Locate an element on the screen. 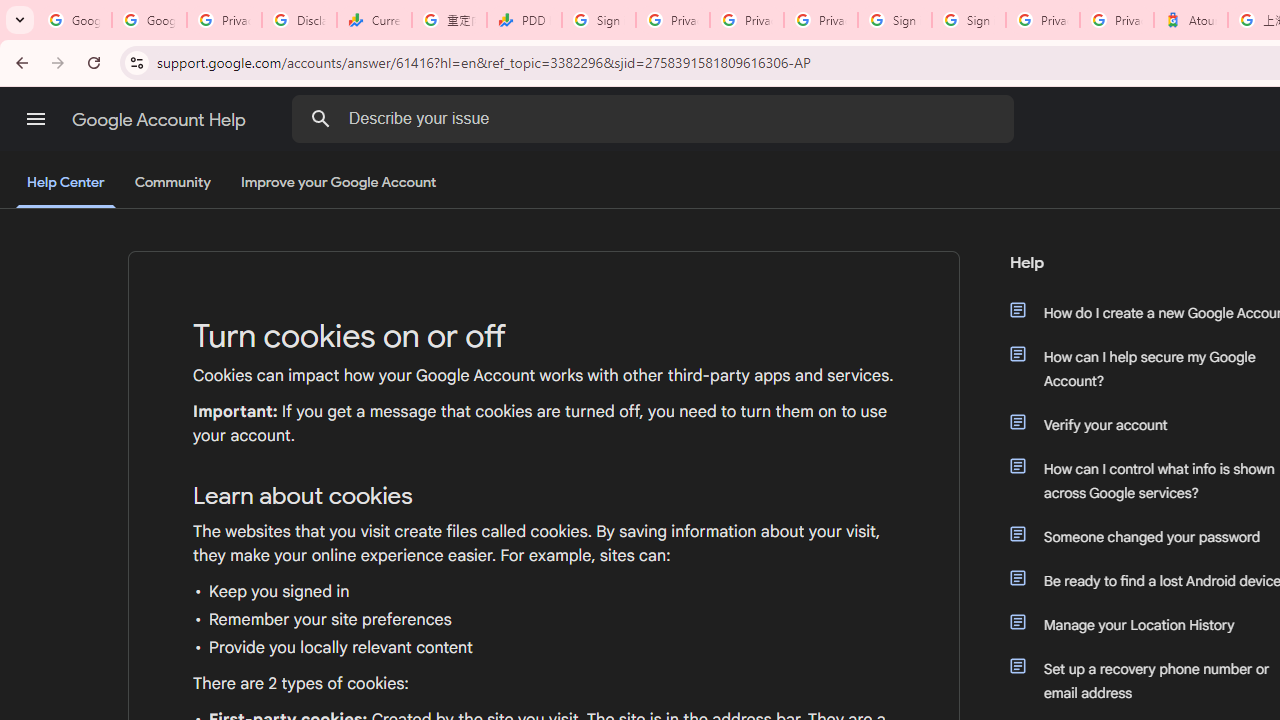 Image resolution: width=1280 pixels, height=720 pixels. 'Sign in - Google Accounts' is located at coordinates (893, 20).